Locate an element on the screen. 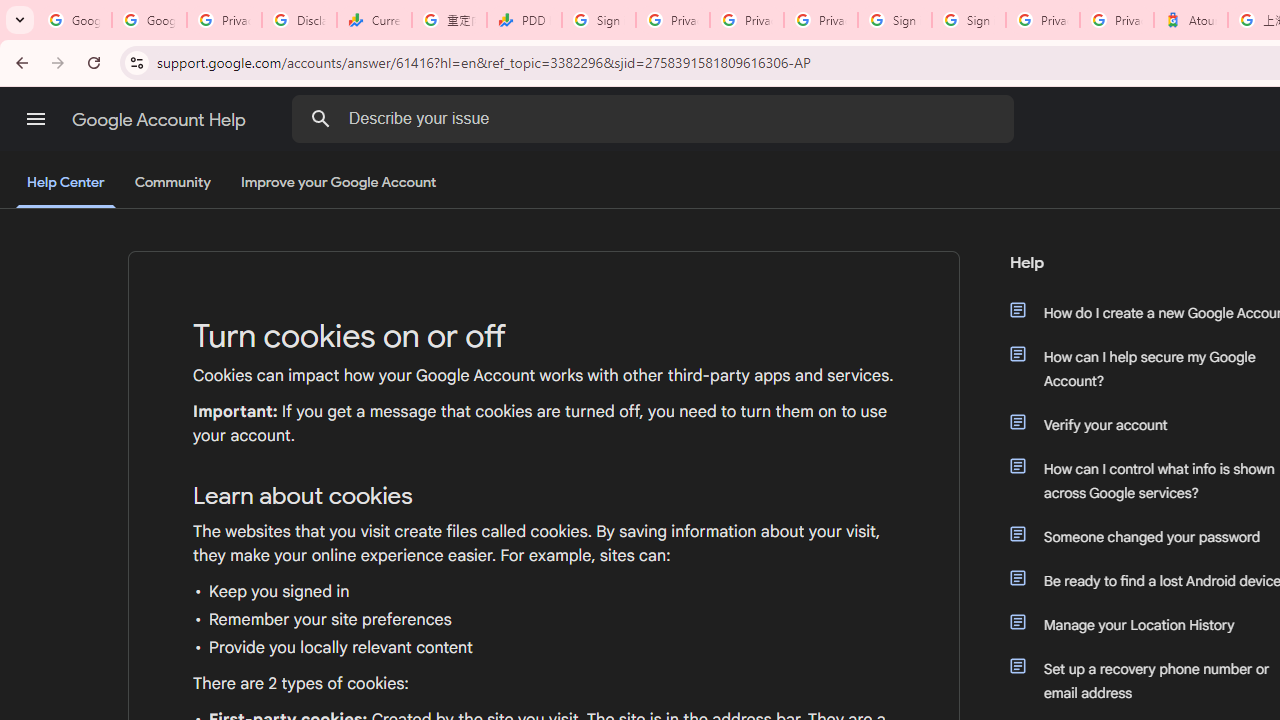 Image resolution: width=1280 pixels, height=720 pixels. 'Sign in - Google Accounts' is located at coordinates (893, 20).